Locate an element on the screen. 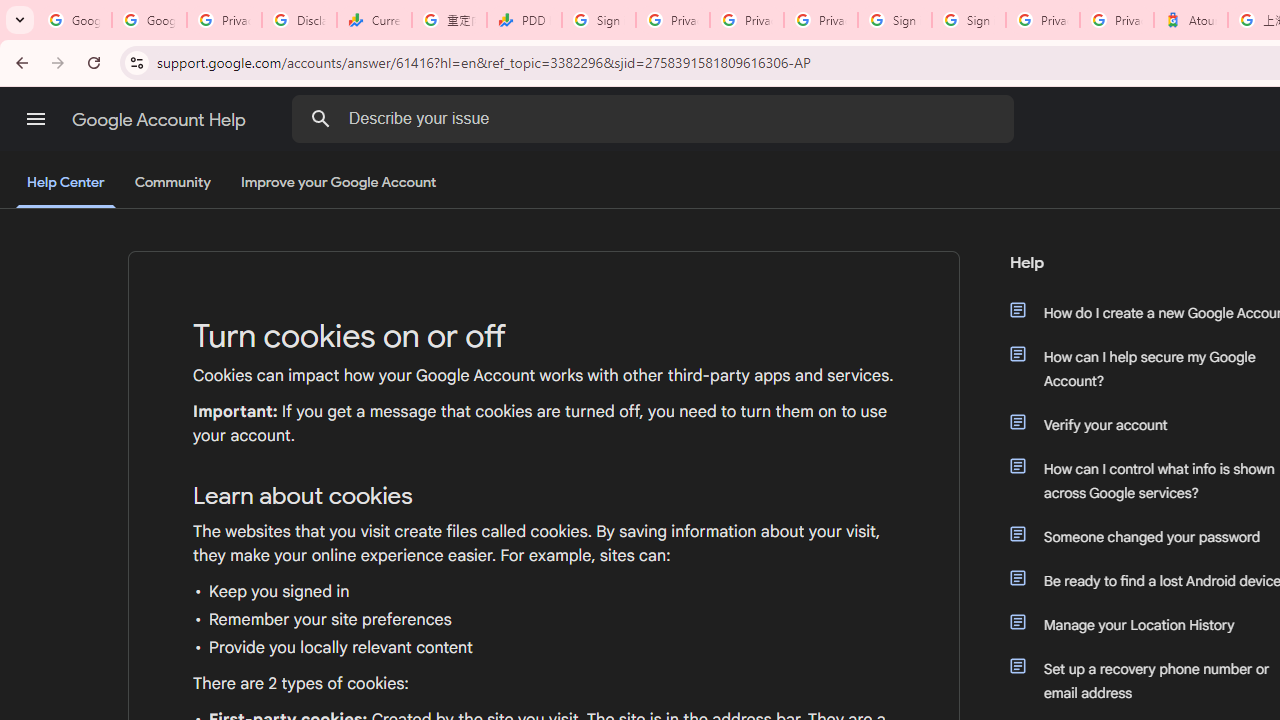 Image resolution: width=1280 pixels, height=720 pixels. 'Sign in - Google Accounts' is located at coordinates (893, 20).